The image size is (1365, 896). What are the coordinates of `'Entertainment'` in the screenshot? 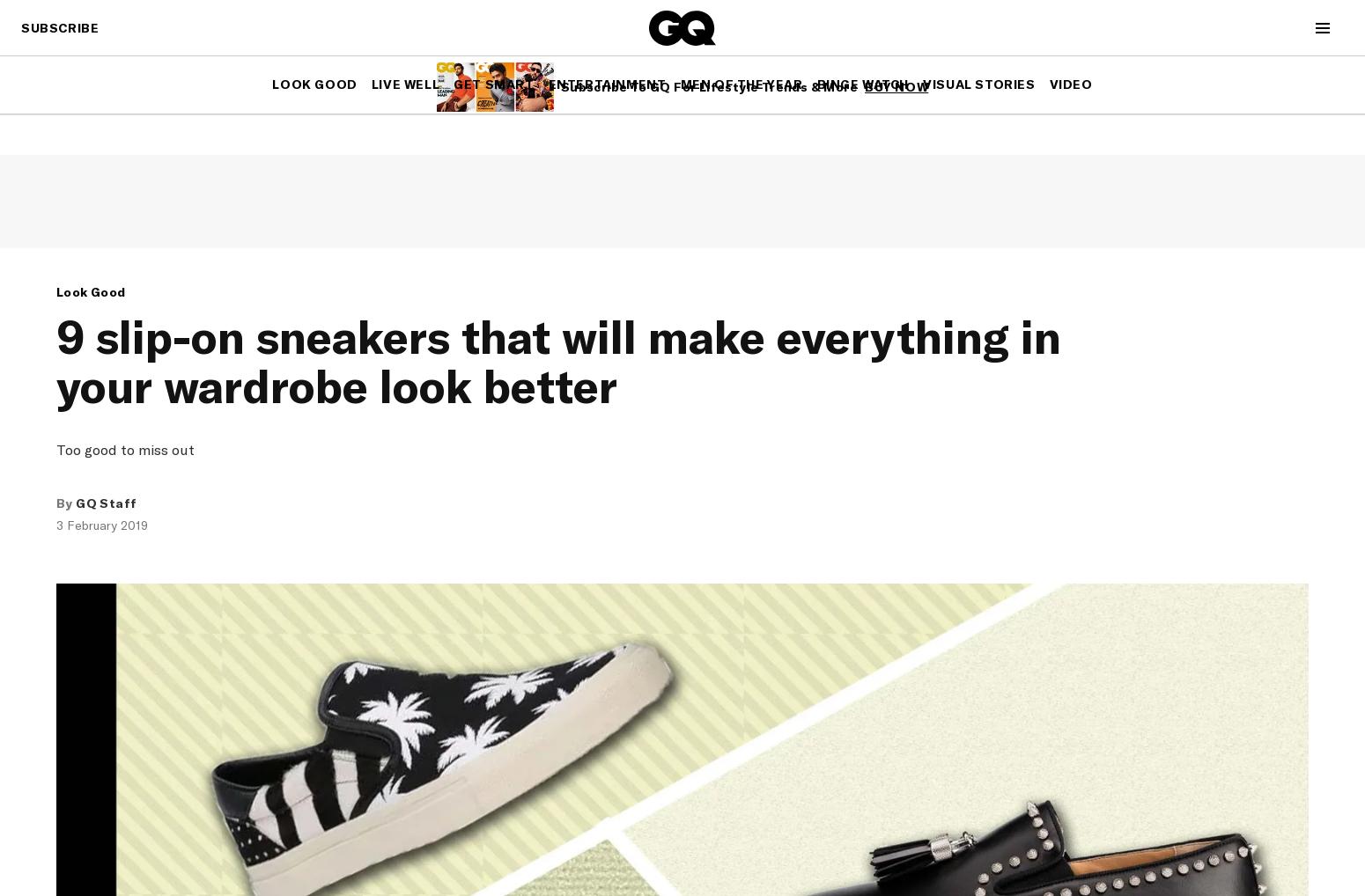 It's located at (605, 84).